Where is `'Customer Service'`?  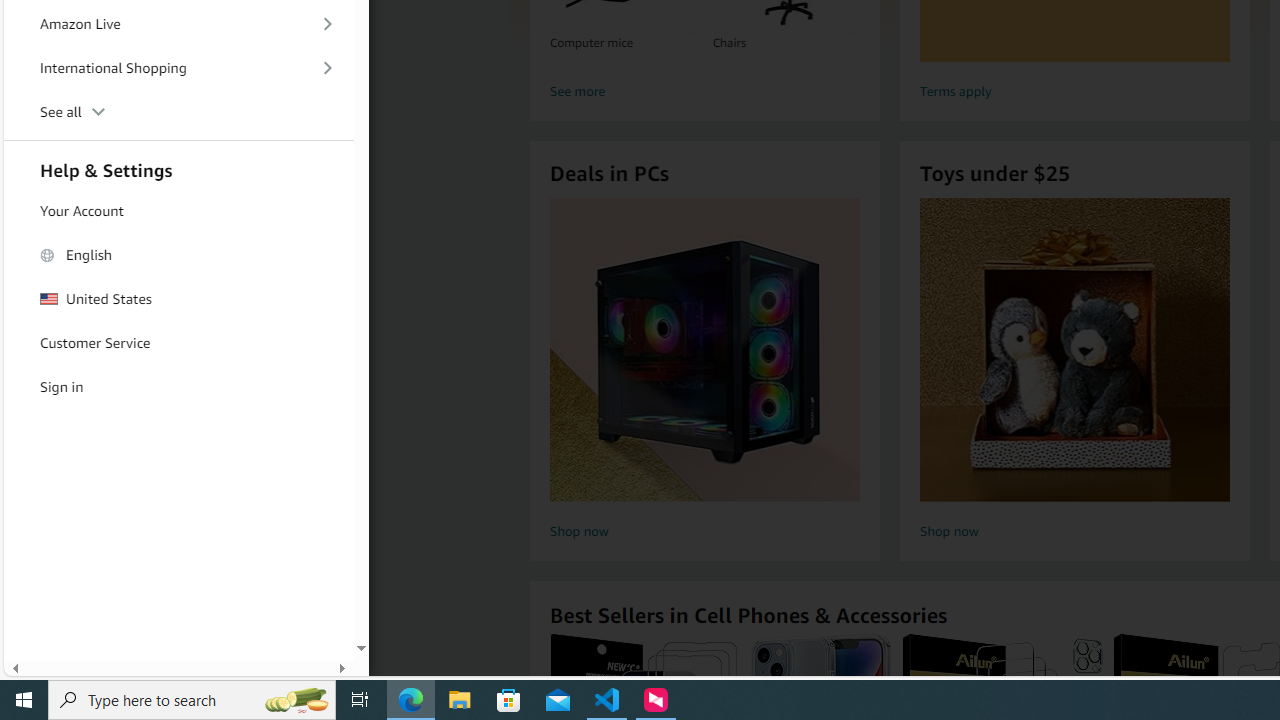 'Customer Service' is located at coordinates (179, 342).